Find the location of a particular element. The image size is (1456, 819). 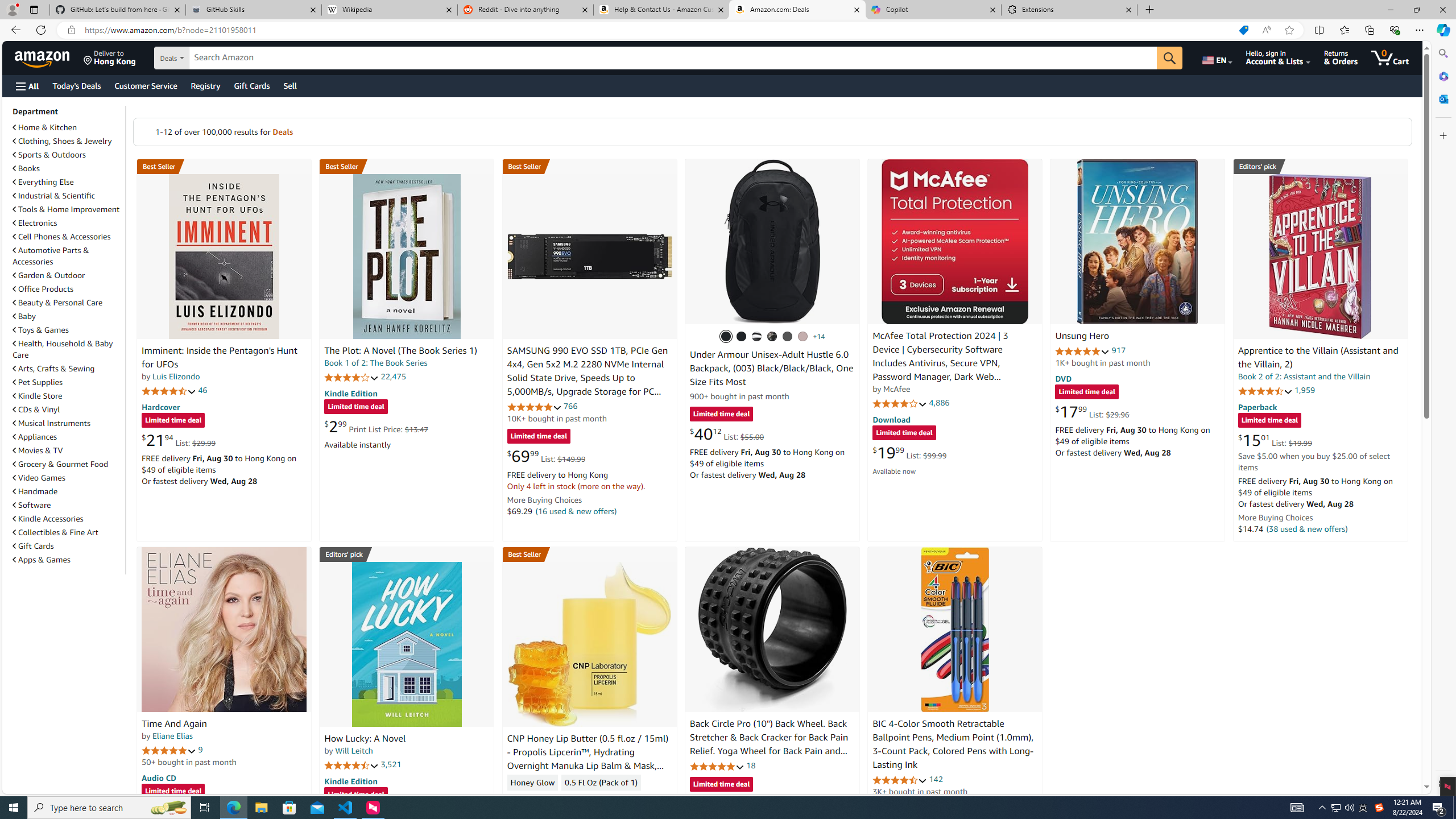

'Will Leitch' is located at coordinates (353, 750).